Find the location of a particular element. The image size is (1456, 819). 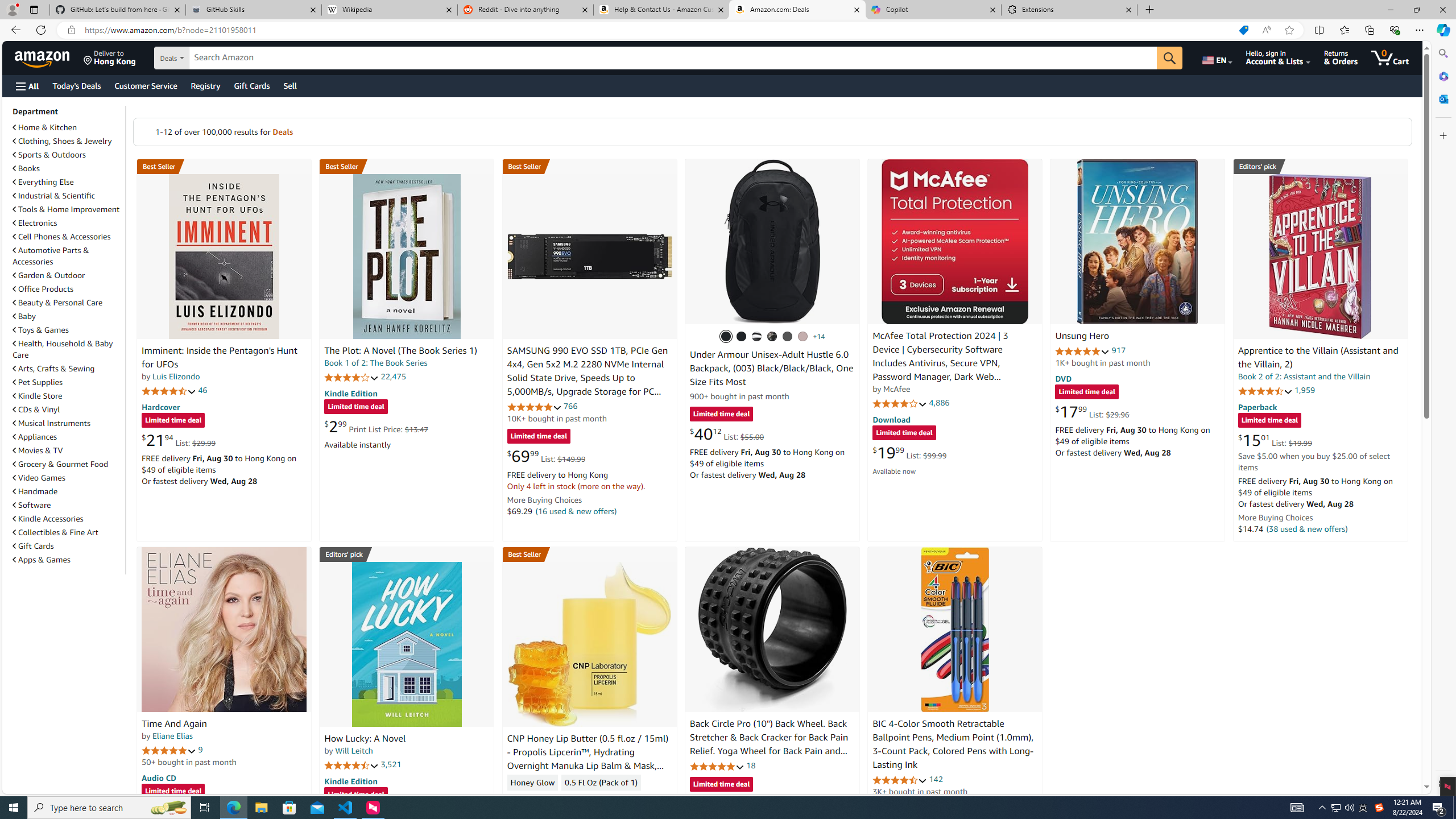

'Will Leitch' is located at coordinates (353, 750).